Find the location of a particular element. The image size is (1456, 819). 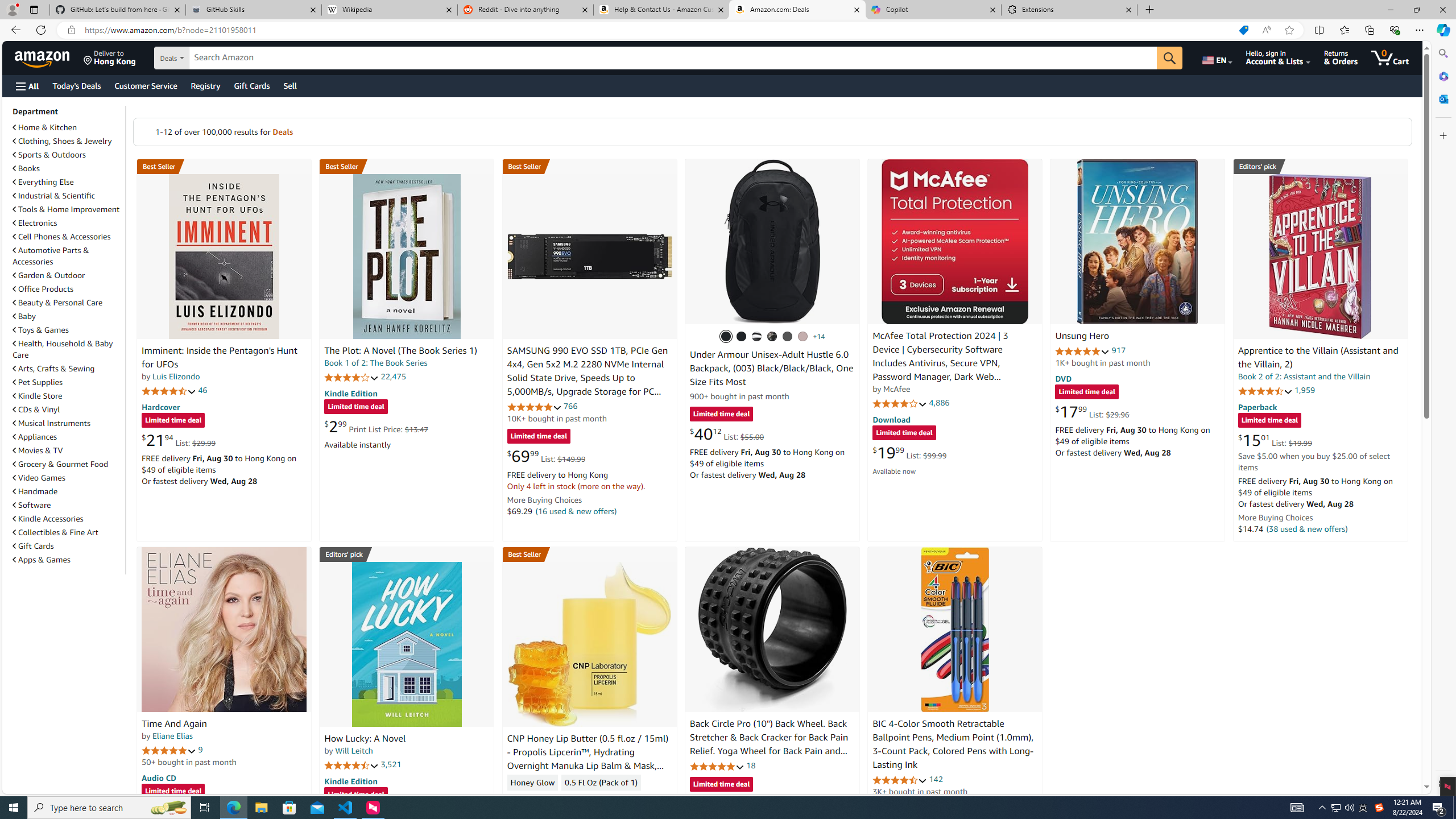

'Will Leitch' is located at coordinates (353, 750).